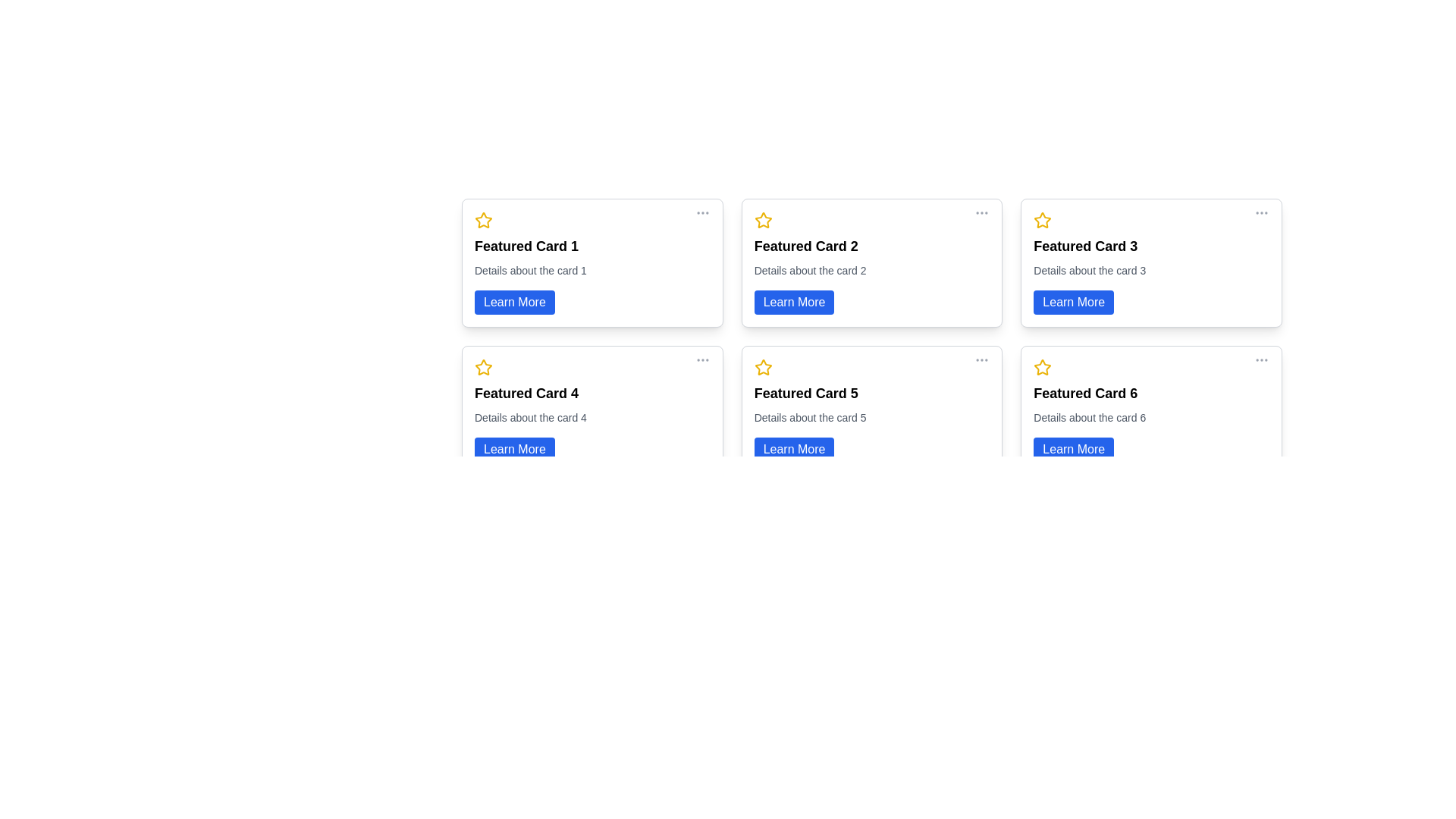  Describe the element at coordinates (701, 359) in the screenshot. I see `the horizontal ellipsis icon consisting of three small circular dots located at the top-right corner of the 'Featured Card 4' to change its color` at that location.